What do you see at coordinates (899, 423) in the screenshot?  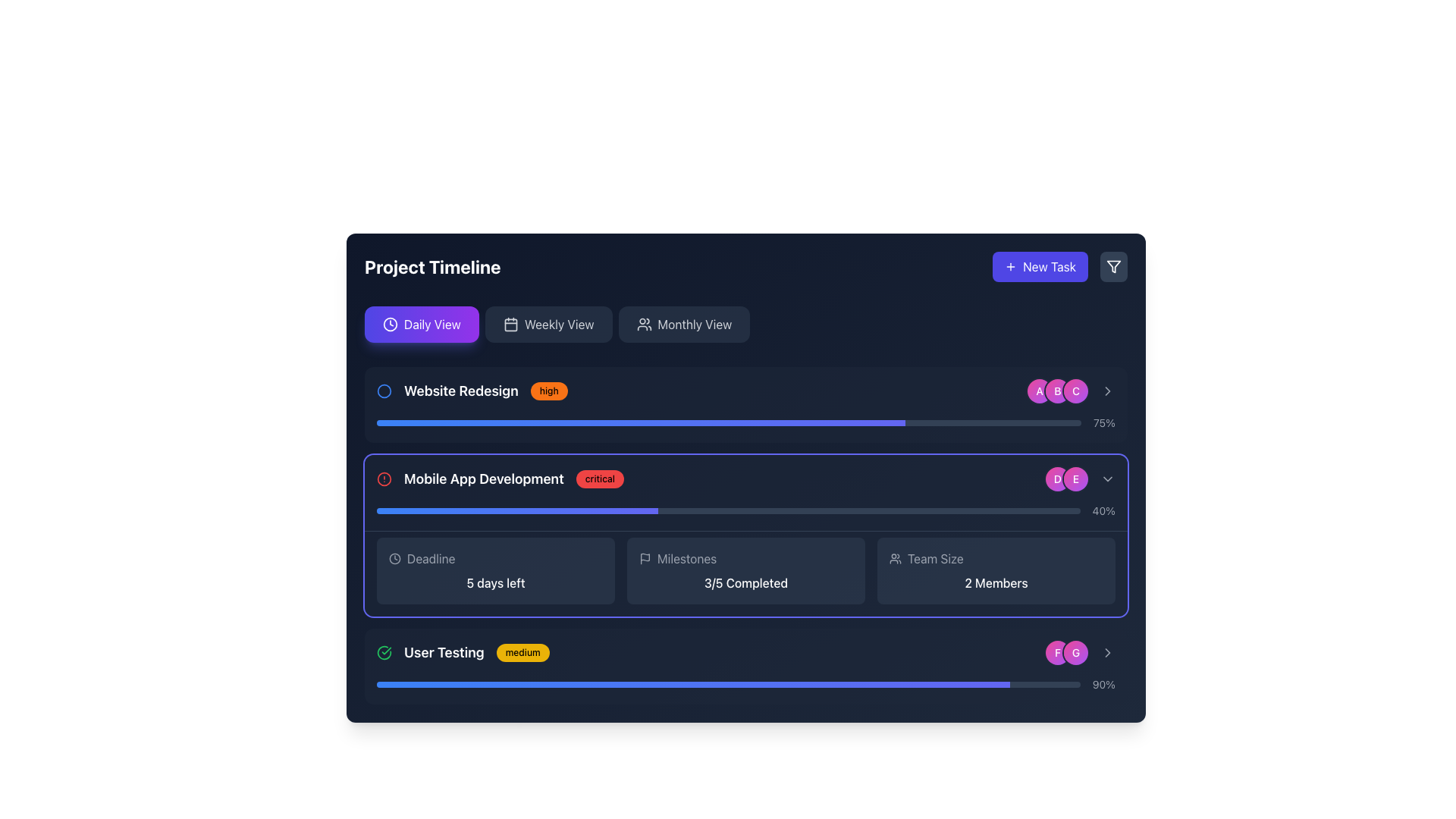 I see `progress` at bounding box center [899, 423].